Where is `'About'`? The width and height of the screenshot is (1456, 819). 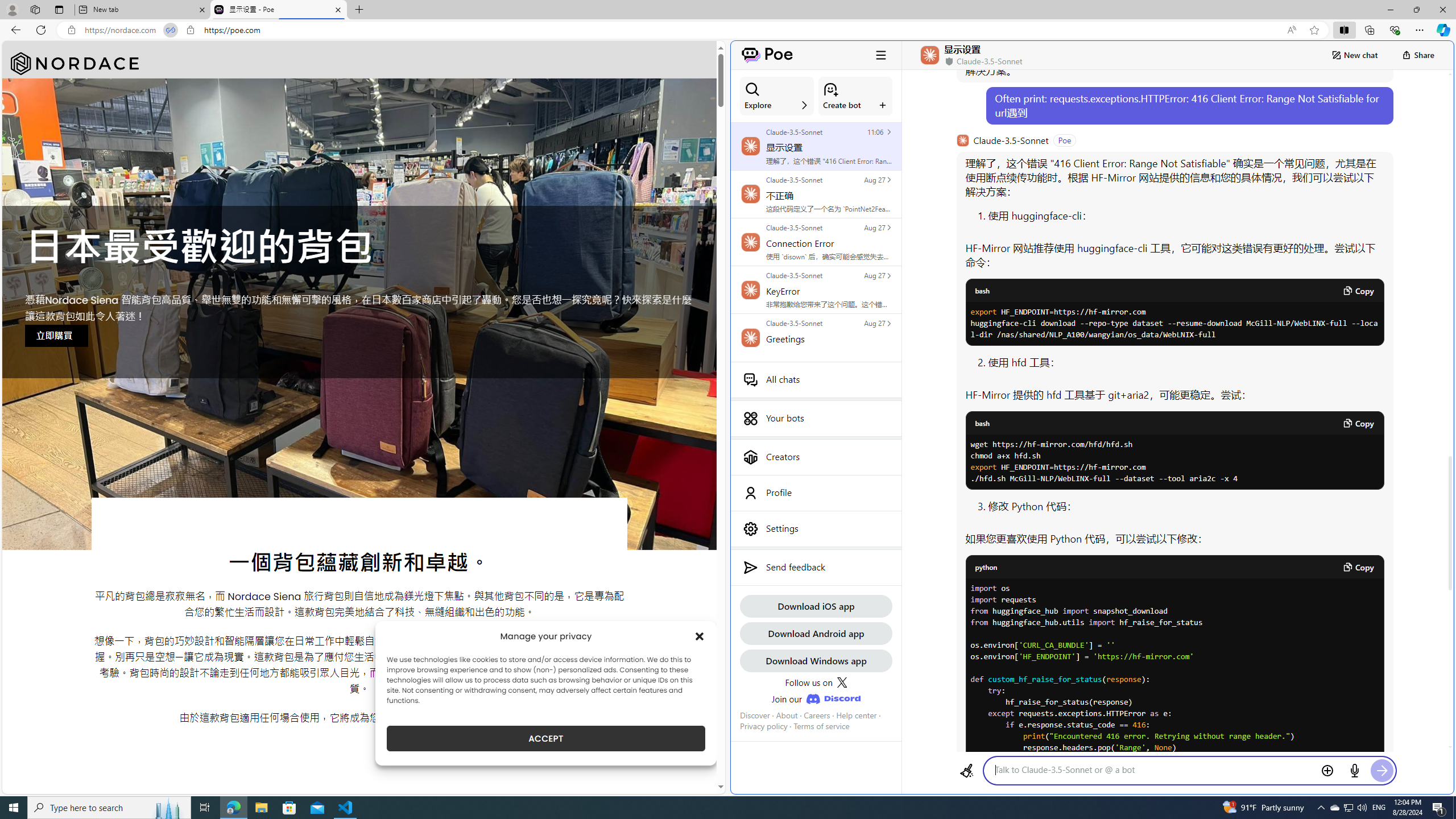 'About' is located at coordinates (786, 714).